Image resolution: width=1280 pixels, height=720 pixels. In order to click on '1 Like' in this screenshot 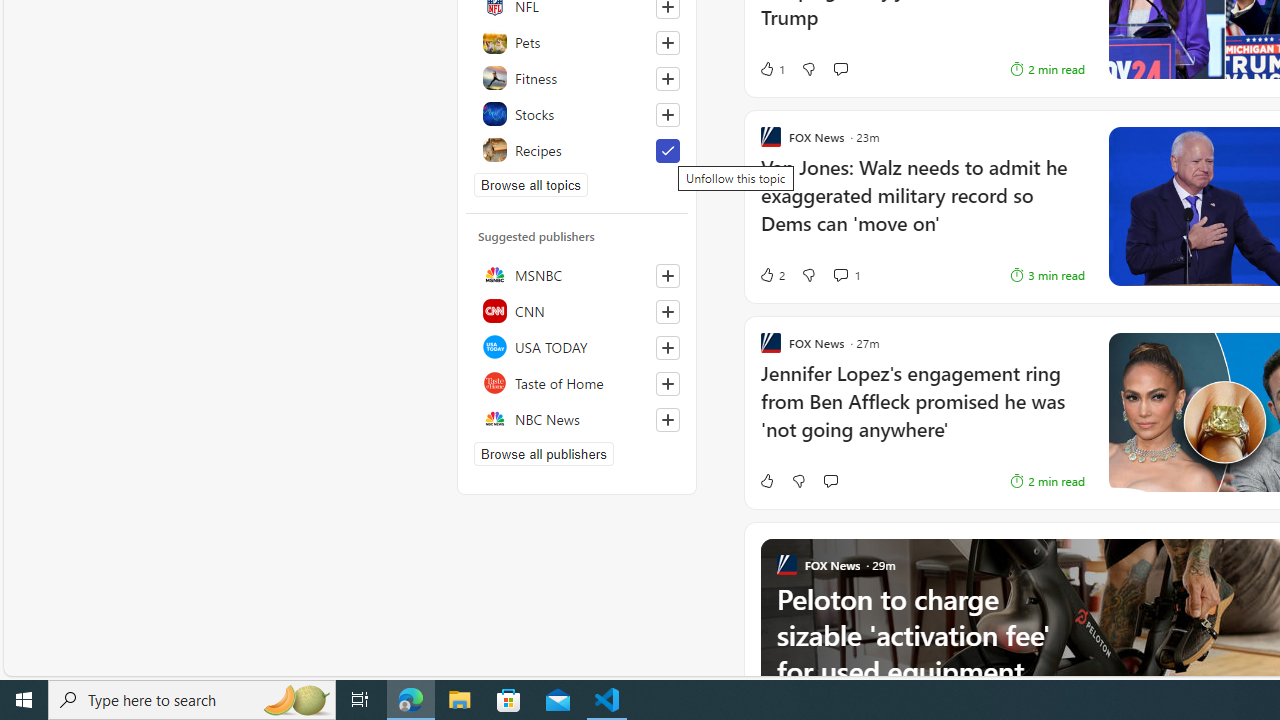, I will do `click(770, 67)`.